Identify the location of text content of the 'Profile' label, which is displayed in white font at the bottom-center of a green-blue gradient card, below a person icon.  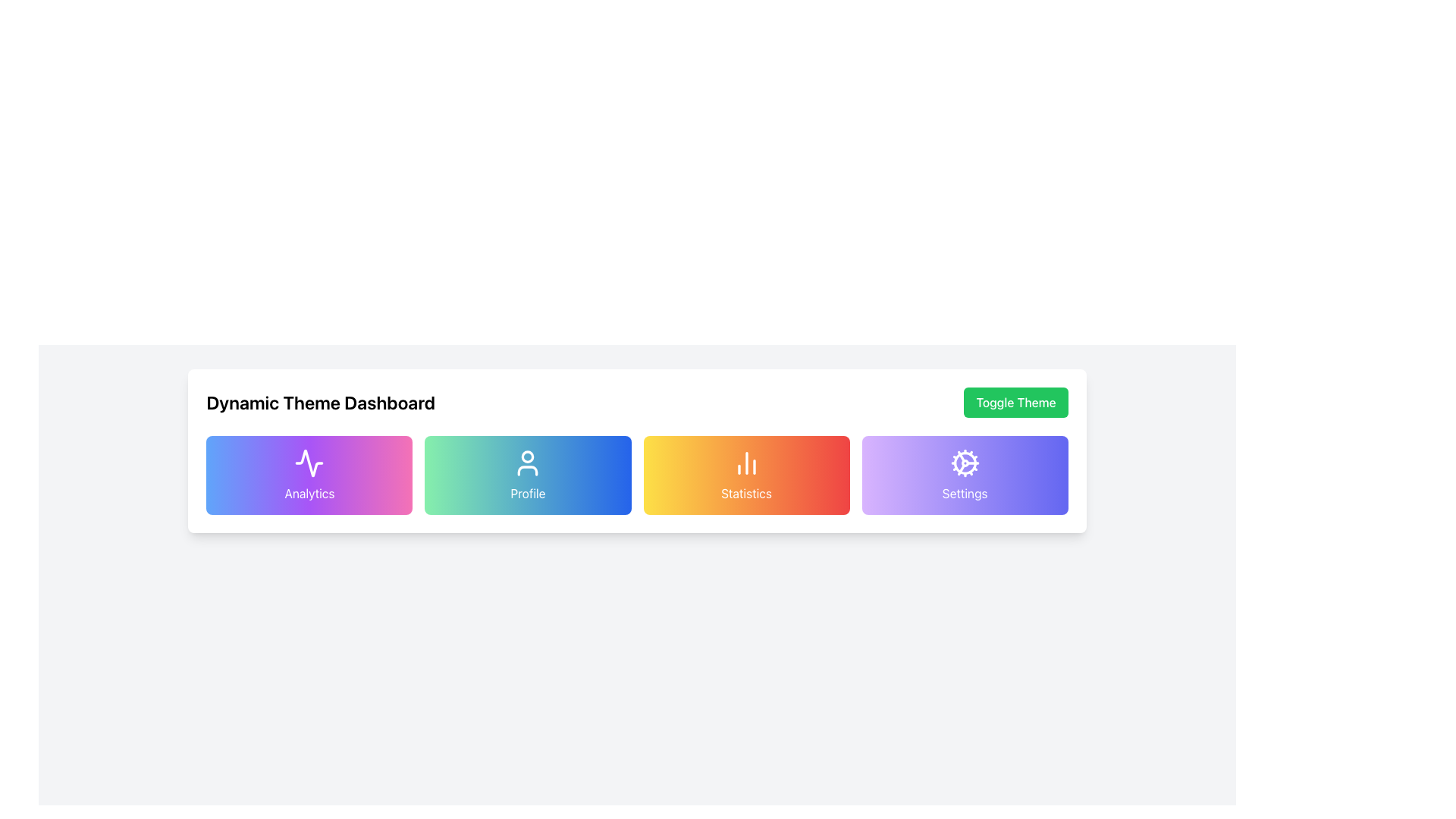
(528, 494).